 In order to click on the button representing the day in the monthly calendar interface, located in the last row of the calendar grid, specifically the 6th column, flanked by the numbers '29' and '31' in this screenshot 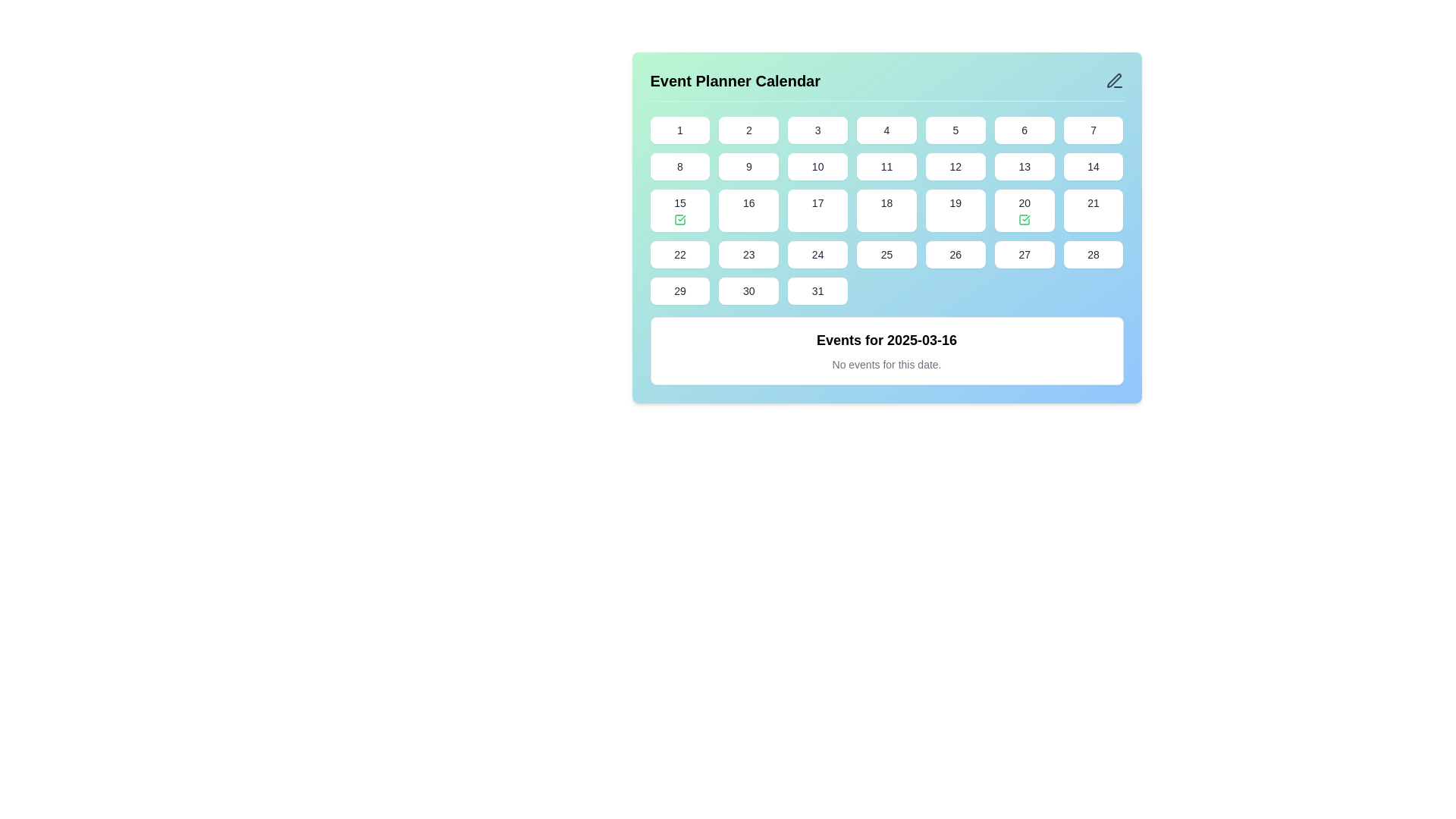, I will do `click(748, 291)`.